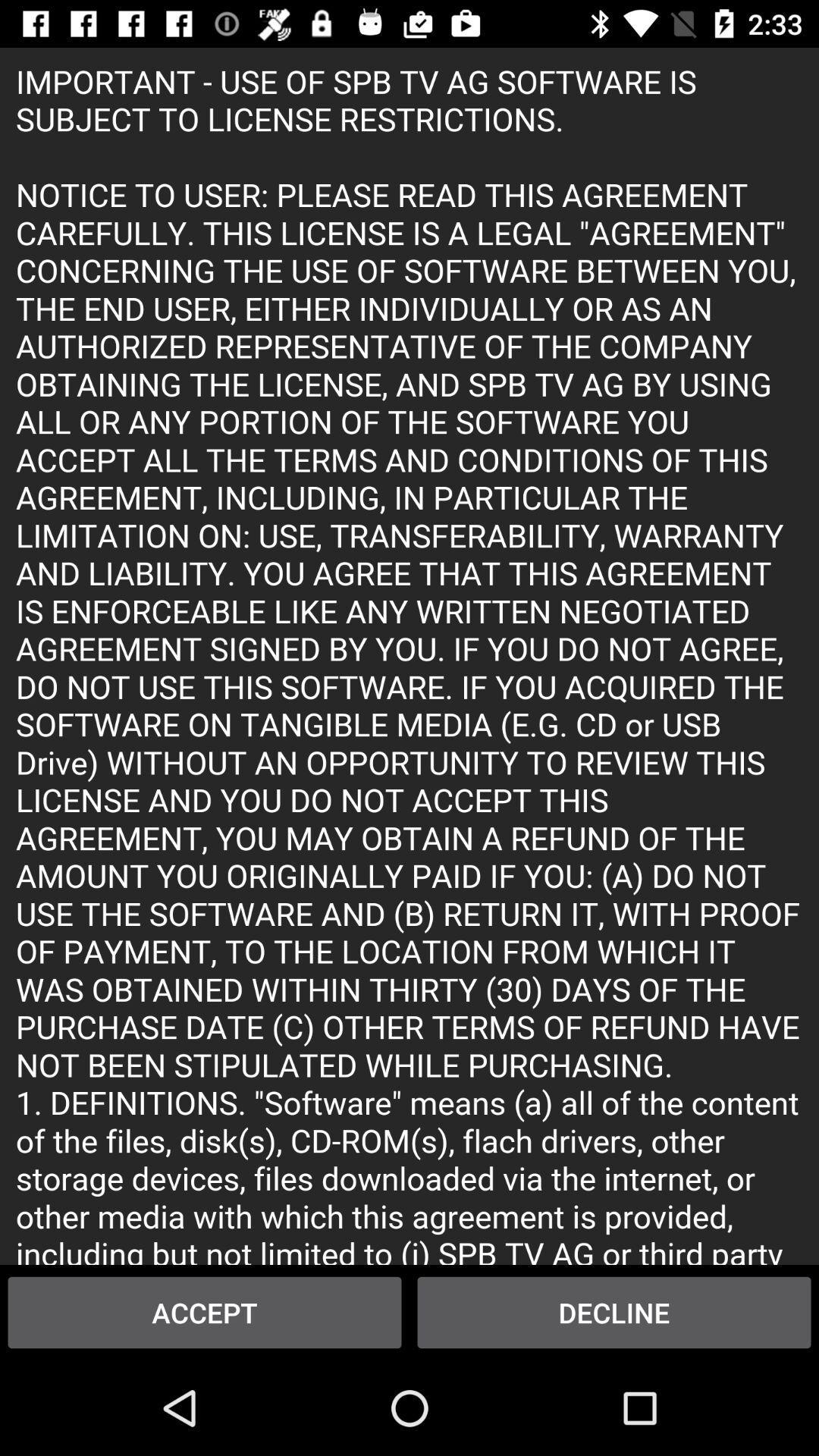  Describe the element at coordinates (409, 656) in the screenshot. I see `the icon at the center` at that location.